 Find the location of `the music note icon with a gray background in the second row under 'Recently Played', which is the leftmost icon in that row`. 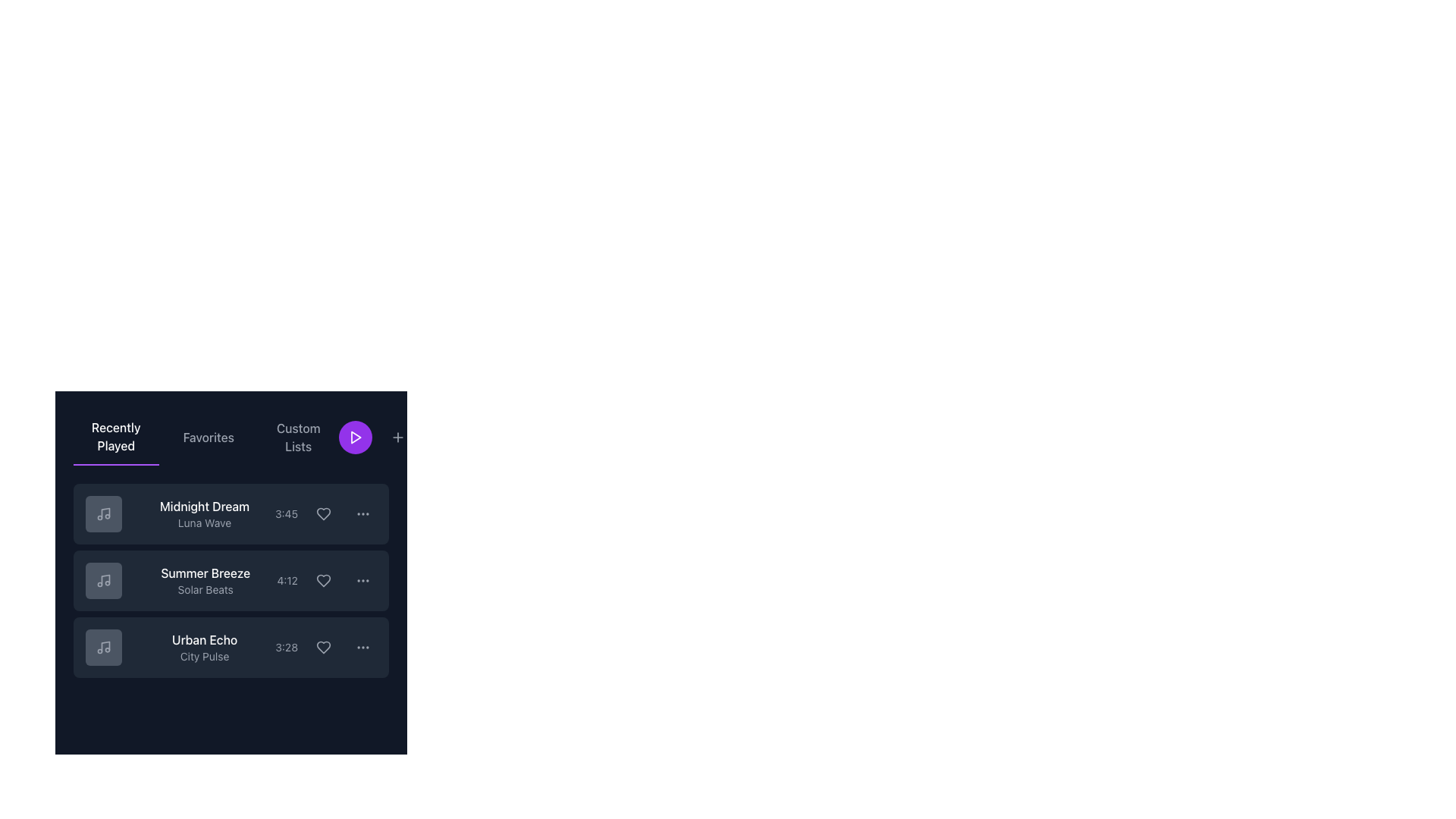

the music note icon with a gray background in the second row under 'Recently Played', which is the leftmost icon in that row is located at coordinates (103, 580).